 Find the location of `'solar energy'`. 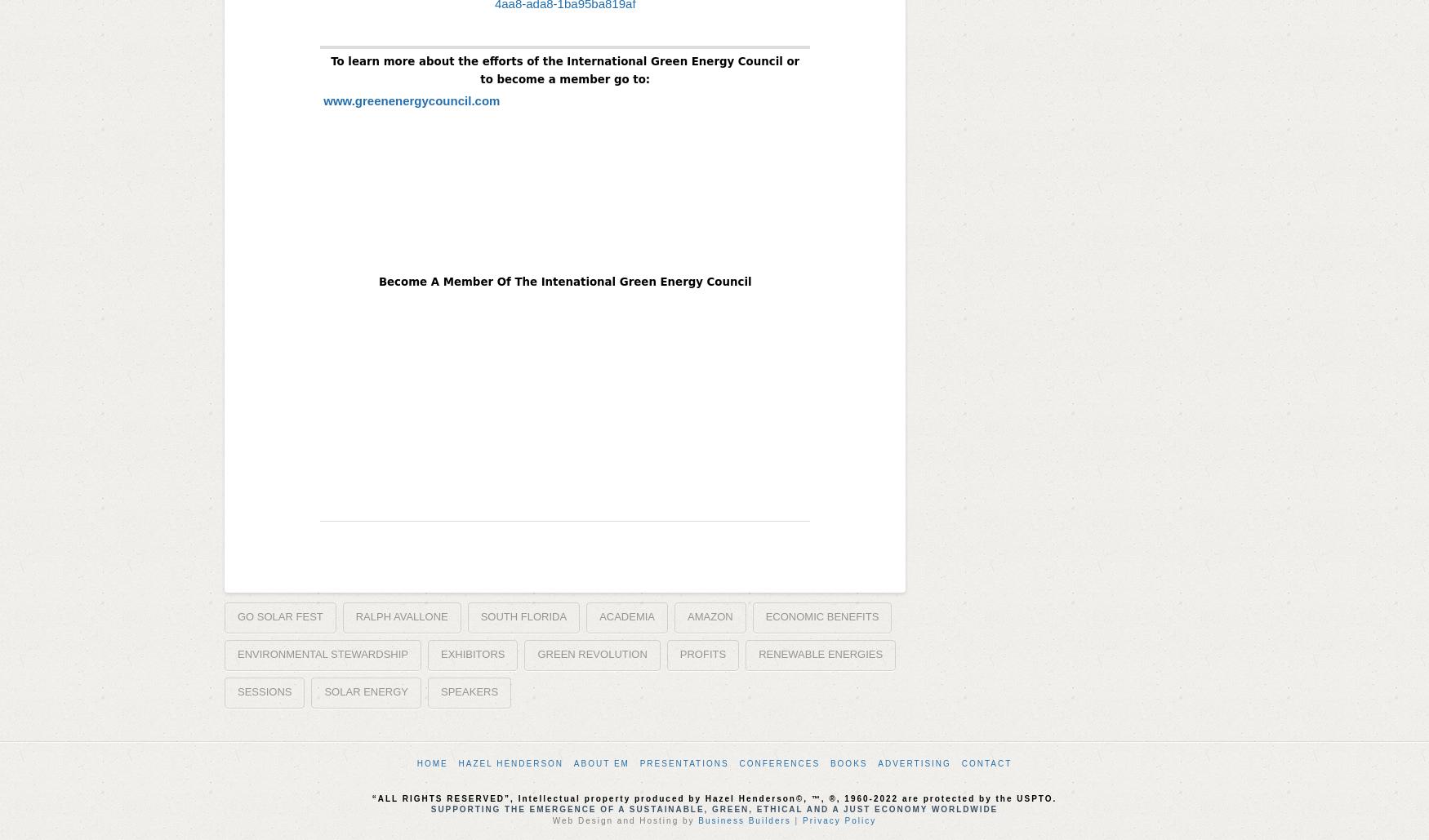

'solar energy' is located at coordinates (366, 690).